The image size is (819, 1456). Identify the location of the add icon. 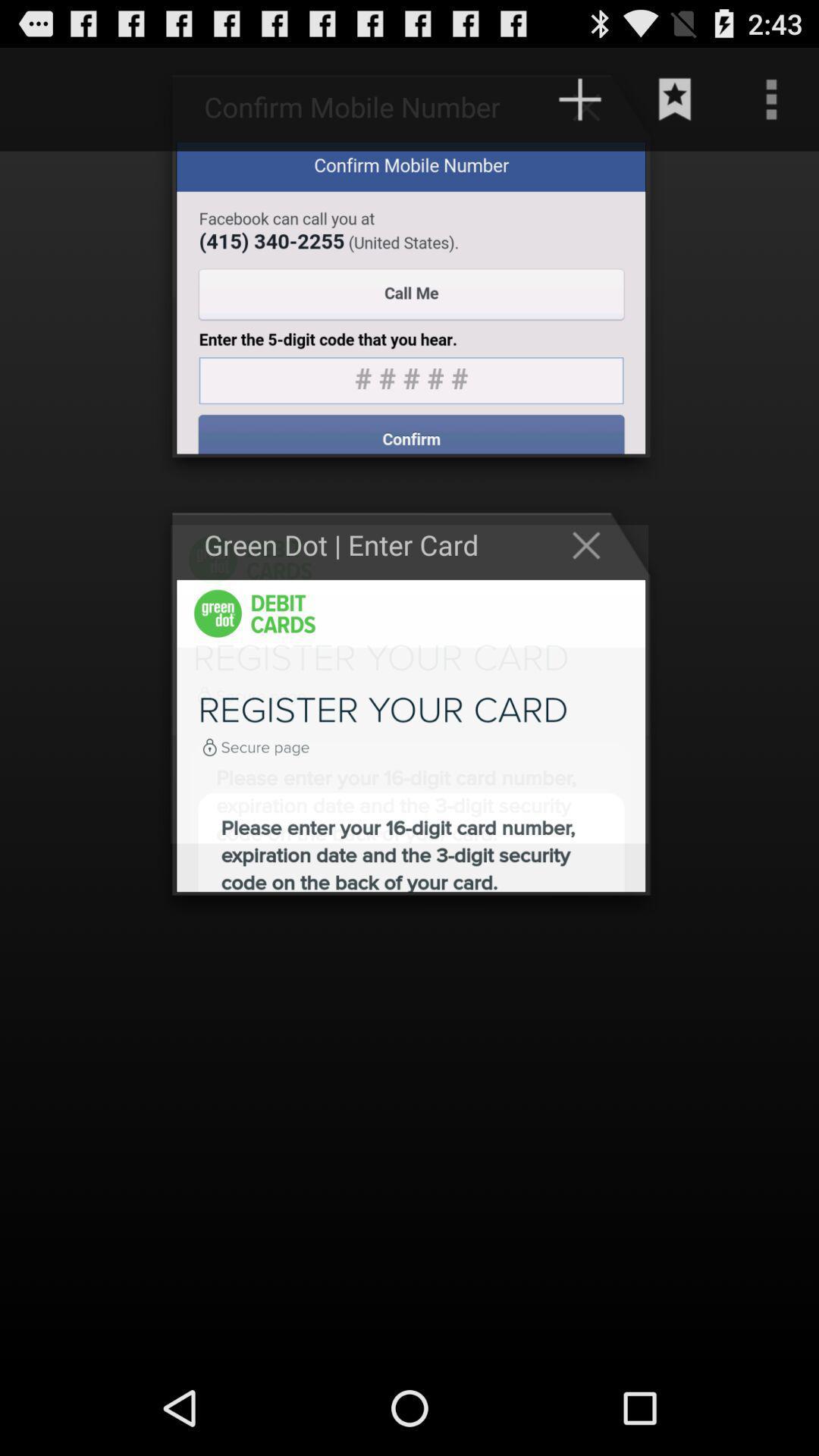
(579, 99).